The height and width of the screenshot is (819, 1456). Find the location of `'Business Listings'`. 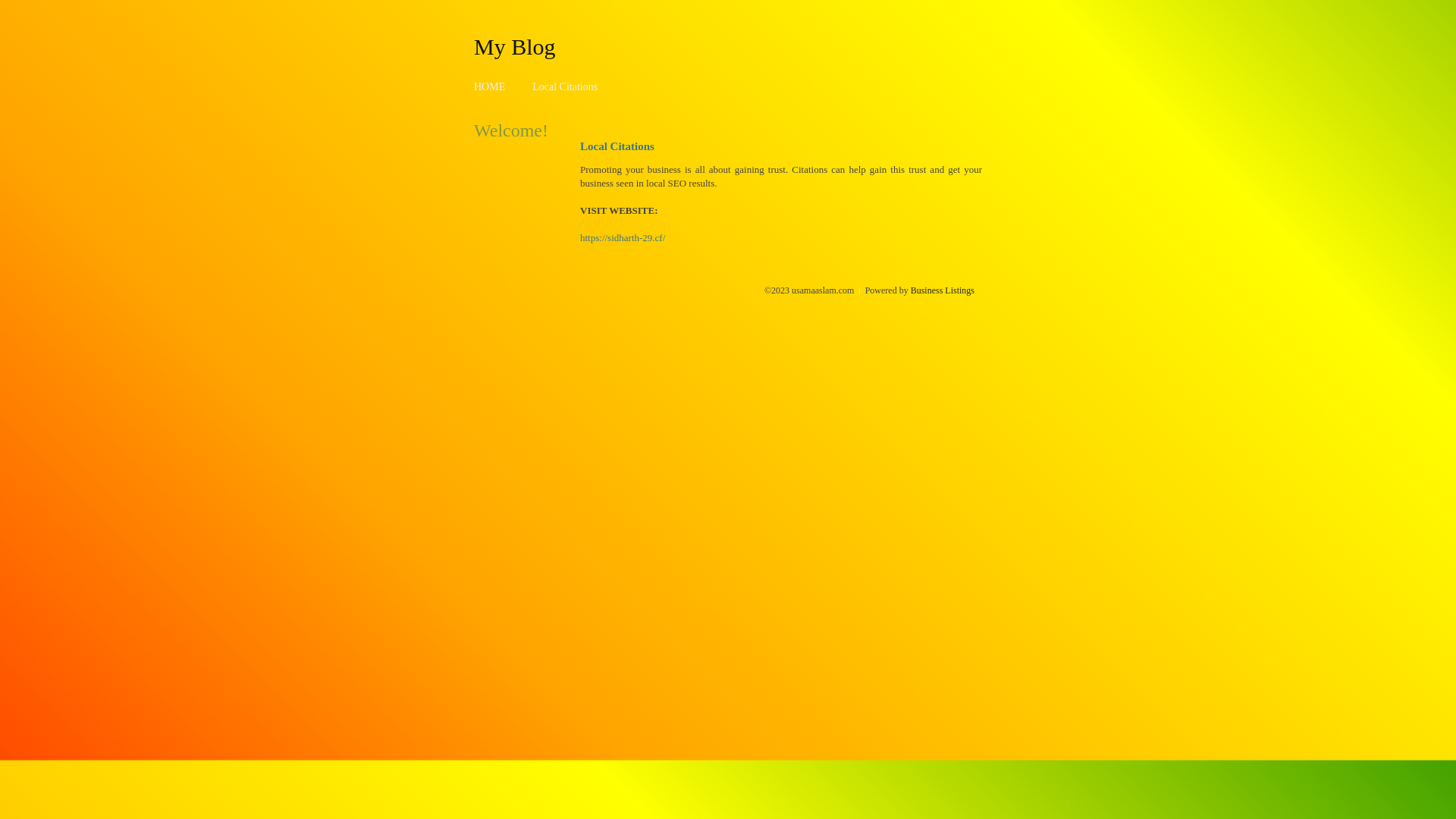

'Business Listings' is located at coordinates (942, 290).